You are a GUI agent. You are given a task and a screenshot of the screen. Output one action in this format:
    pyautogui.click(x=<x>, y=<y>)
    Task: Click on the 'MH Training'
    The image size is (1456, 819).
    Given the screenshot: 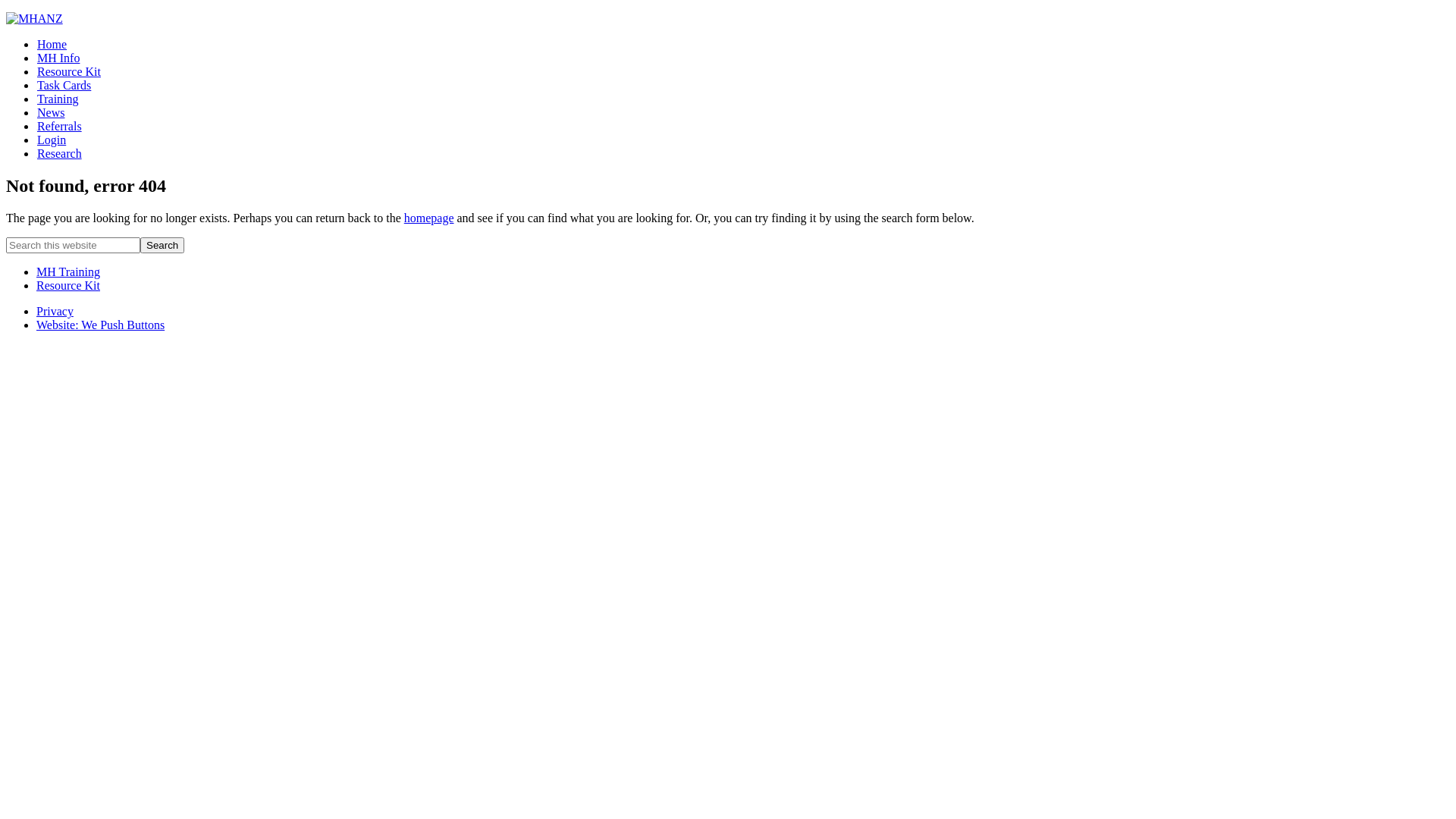 What is the action you would take?
    pyautogui.click(x=67, y=271)
    